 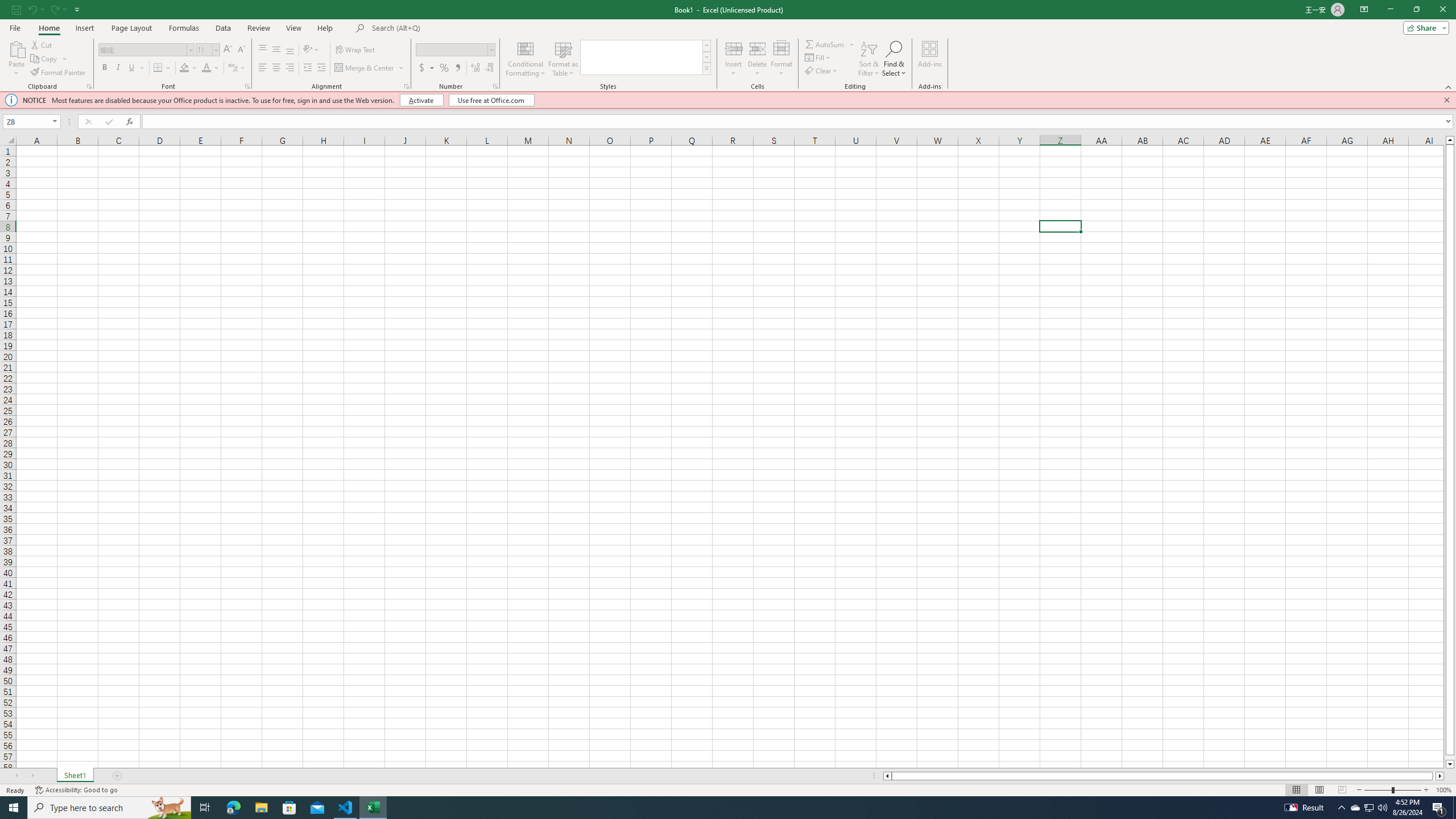 I want to click on 'Insert Cells', so click(x=733, y=48).